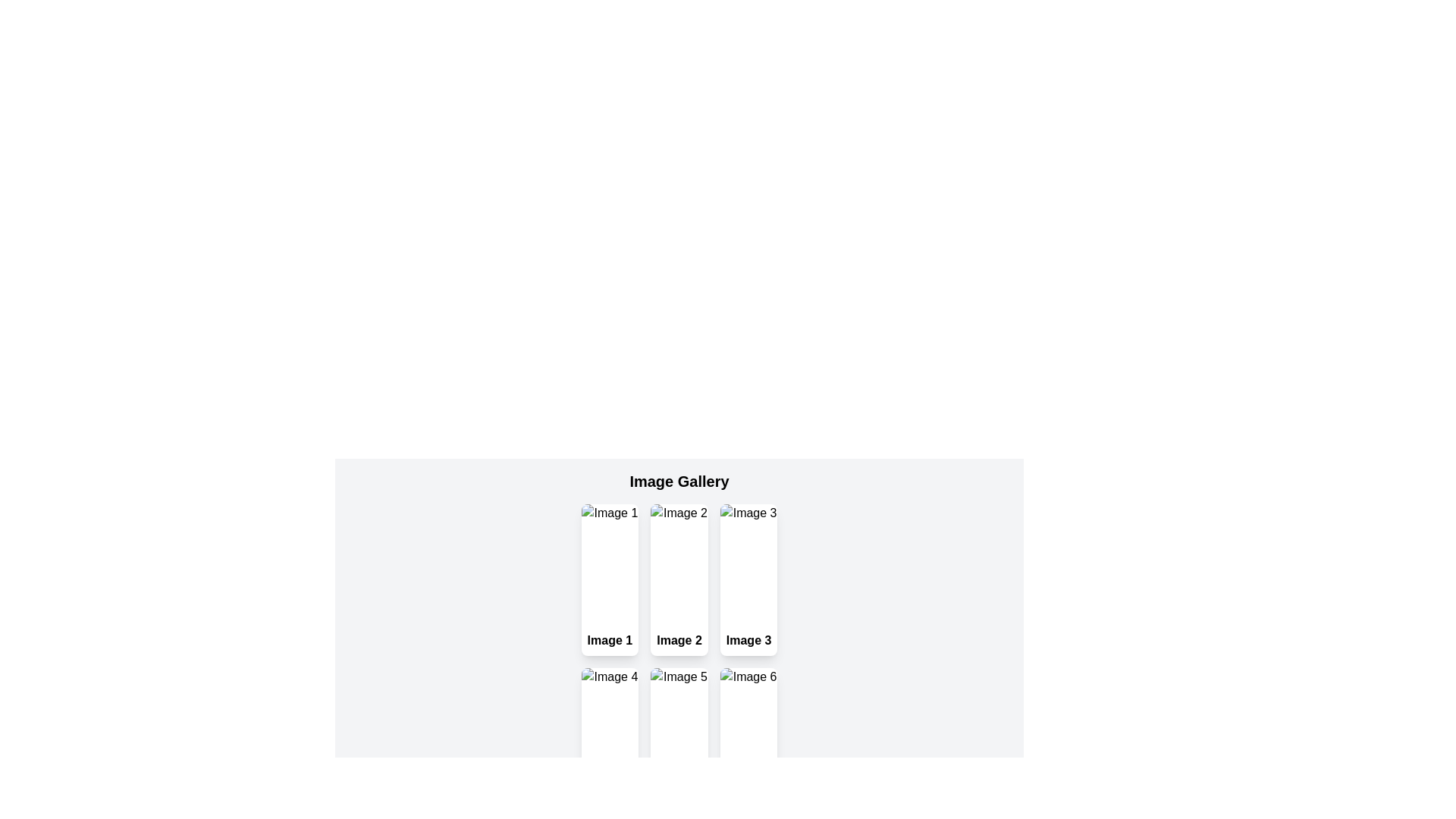 This screenshot has width=1456, height=819. What do you see at coordinates (610, 727) in the screenshot?
I see `the image identified as 'Image 4', located in the second row, first column of the grid layout` at bounding box center [610, 727].